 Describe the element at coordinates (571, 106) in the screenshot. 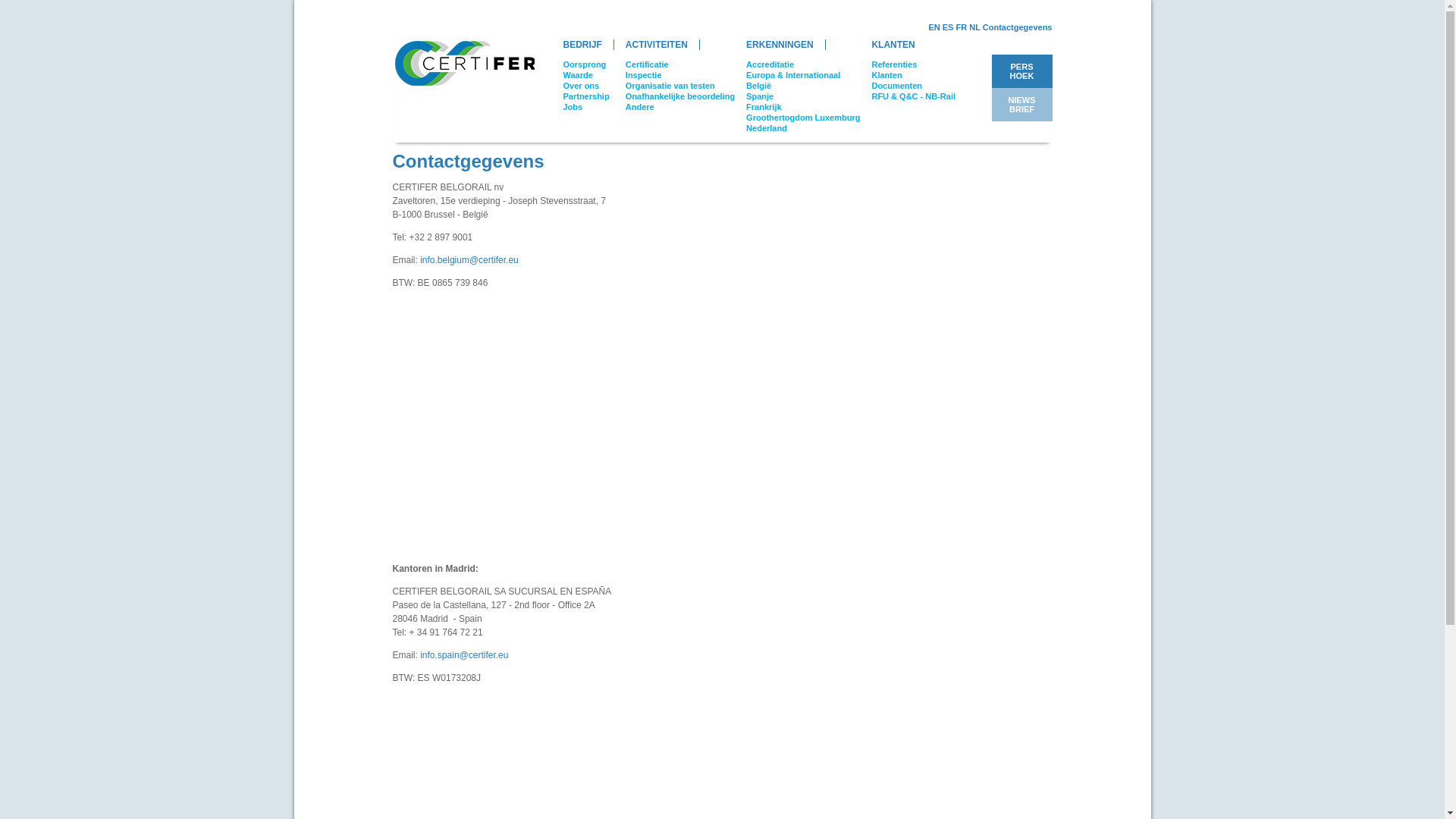

I see `'Jobs'` at that location.